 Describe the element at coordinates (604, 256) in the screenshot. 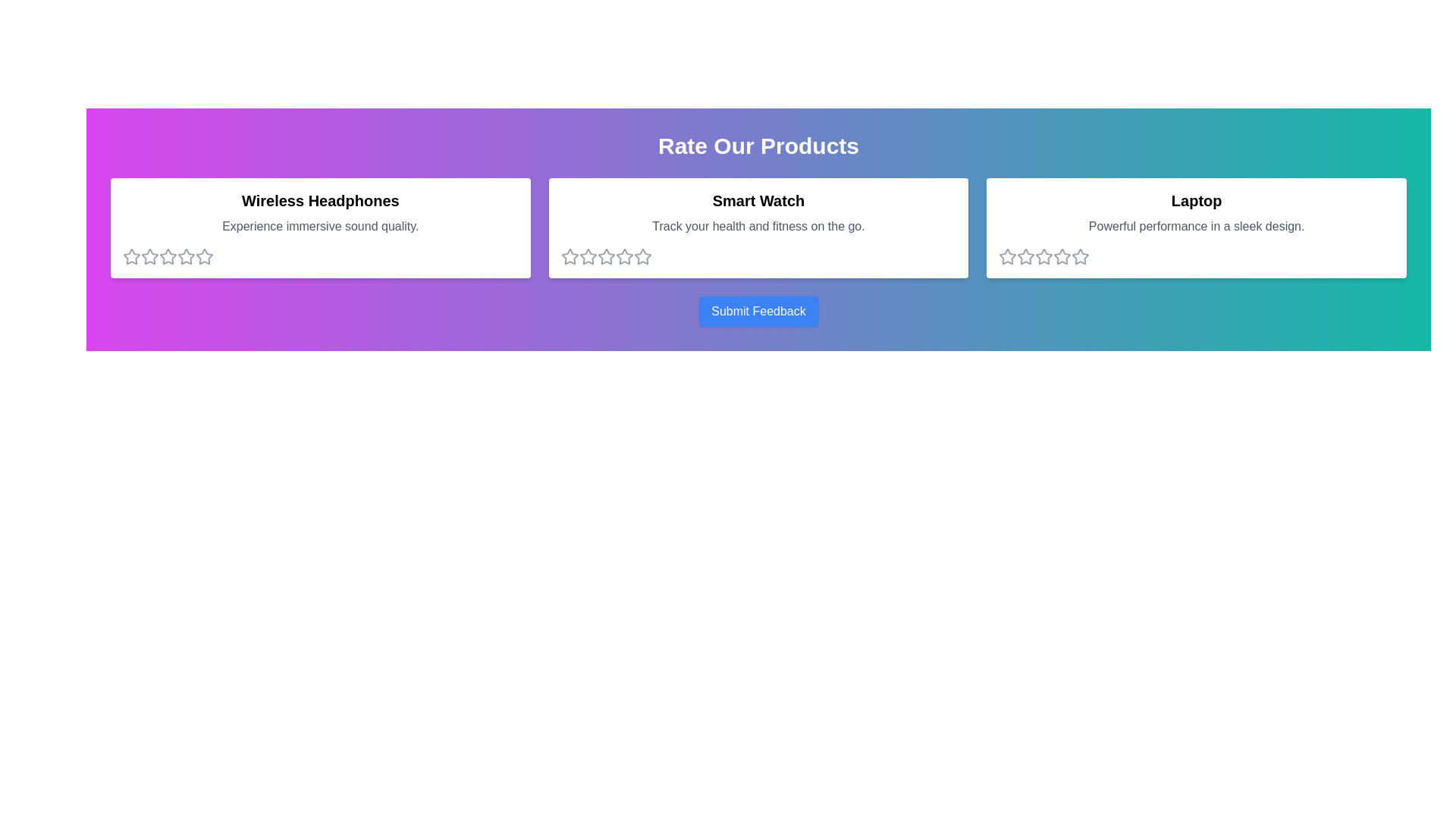

I see `the 3 star for the product Smart Watch to set its rating` at that location.